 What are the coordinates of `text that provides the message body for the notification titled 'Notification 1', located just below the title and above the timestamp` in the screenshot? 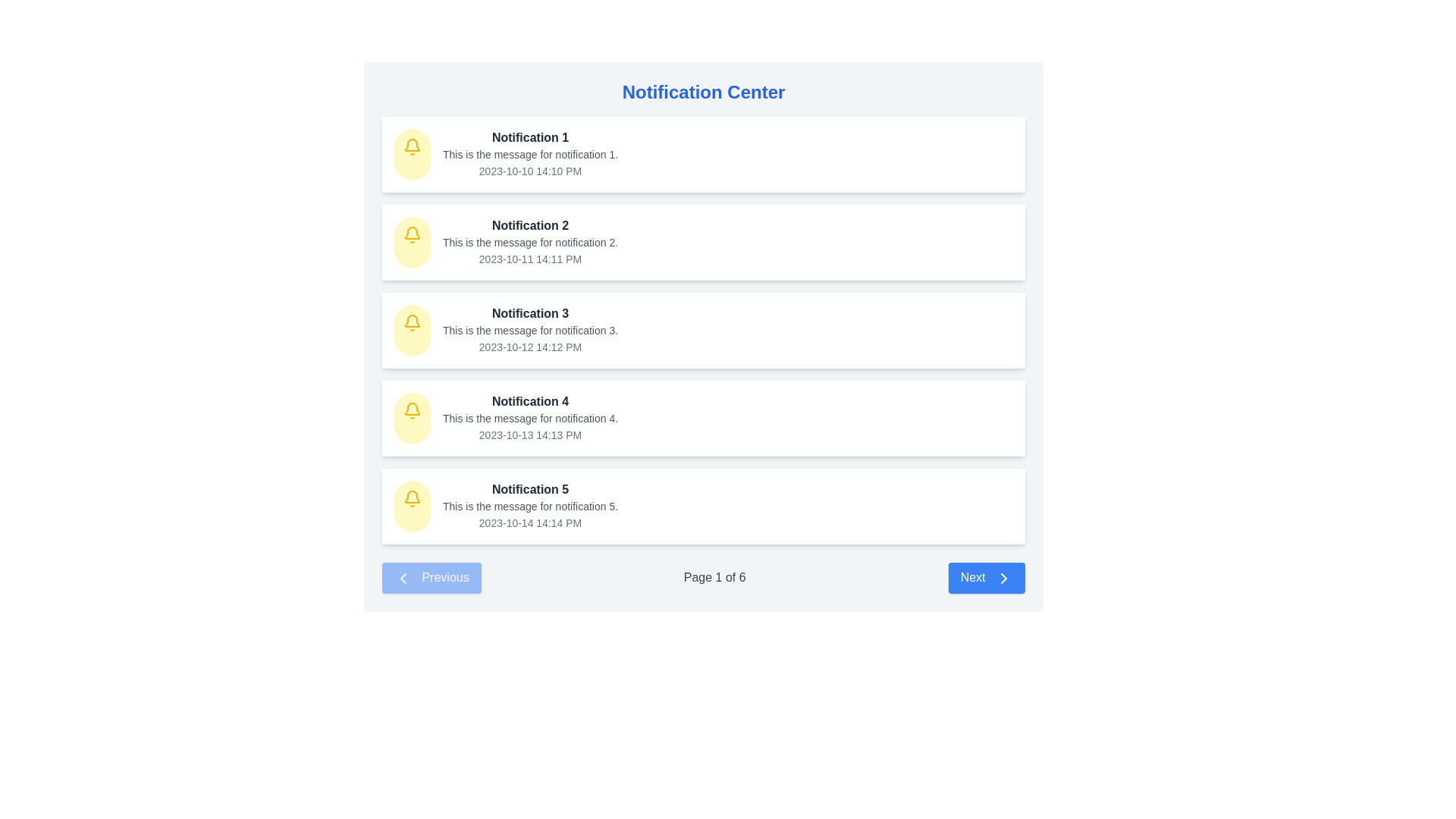 It's located at (530, 155).